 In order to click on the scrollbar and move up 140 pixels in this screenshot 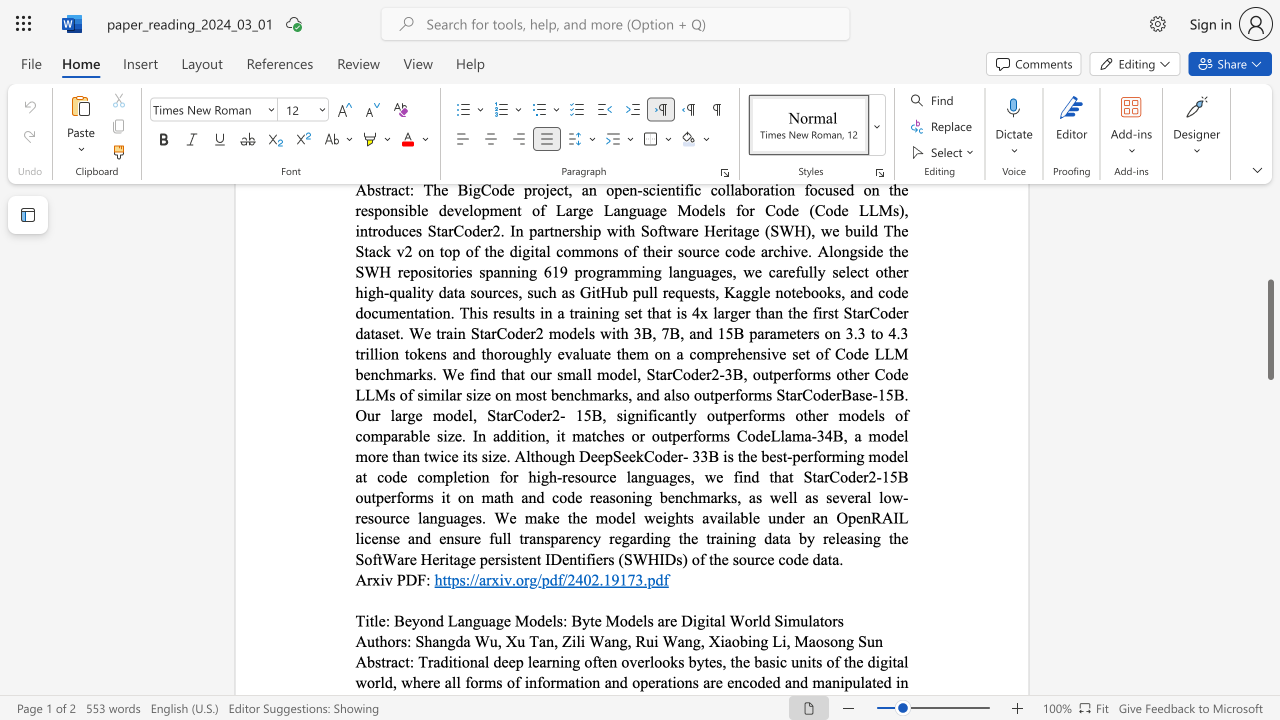, I will do `click(1269, 328)`.